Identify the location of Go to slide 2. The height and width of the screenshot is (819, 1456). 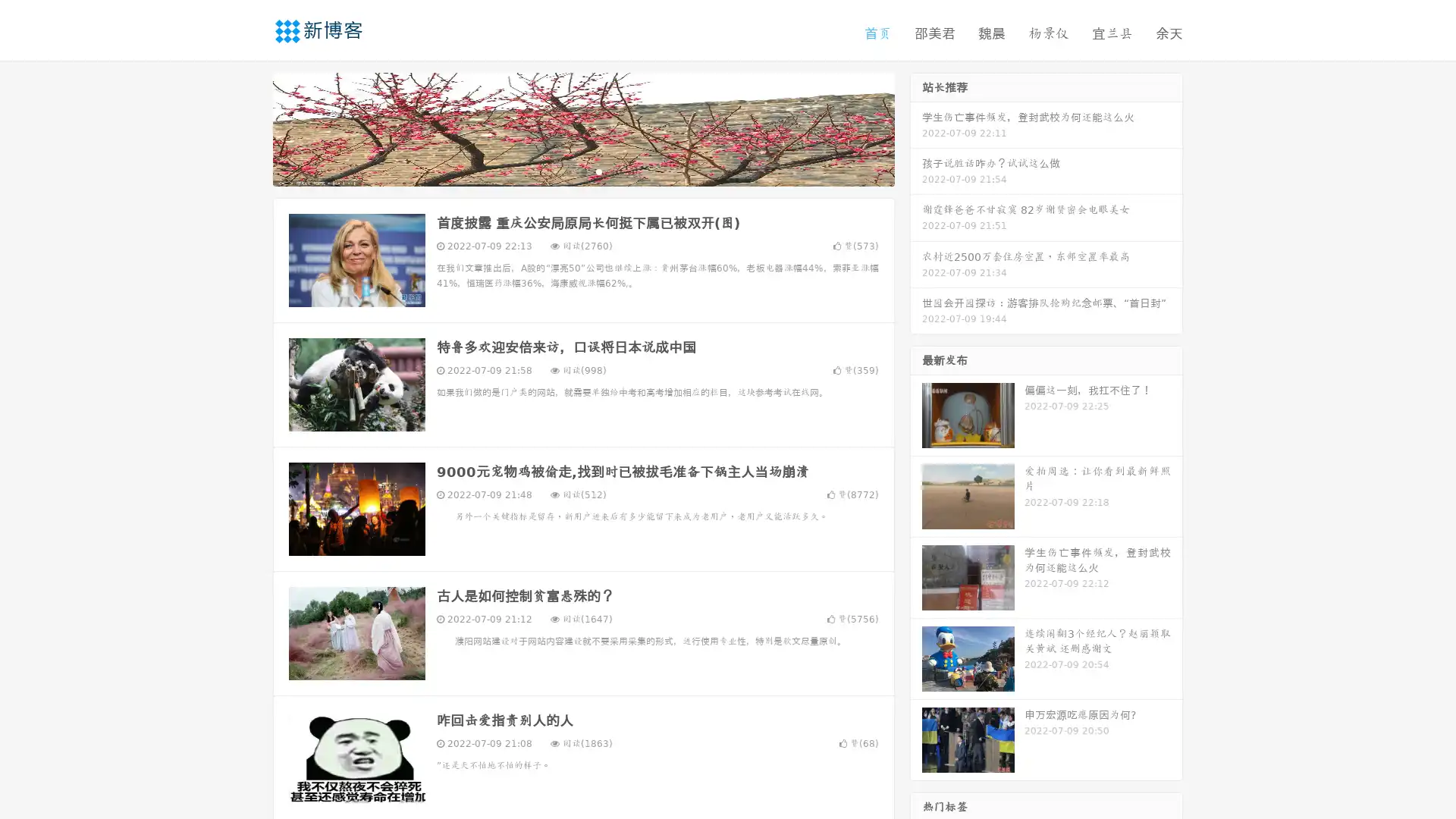
(582, 171).